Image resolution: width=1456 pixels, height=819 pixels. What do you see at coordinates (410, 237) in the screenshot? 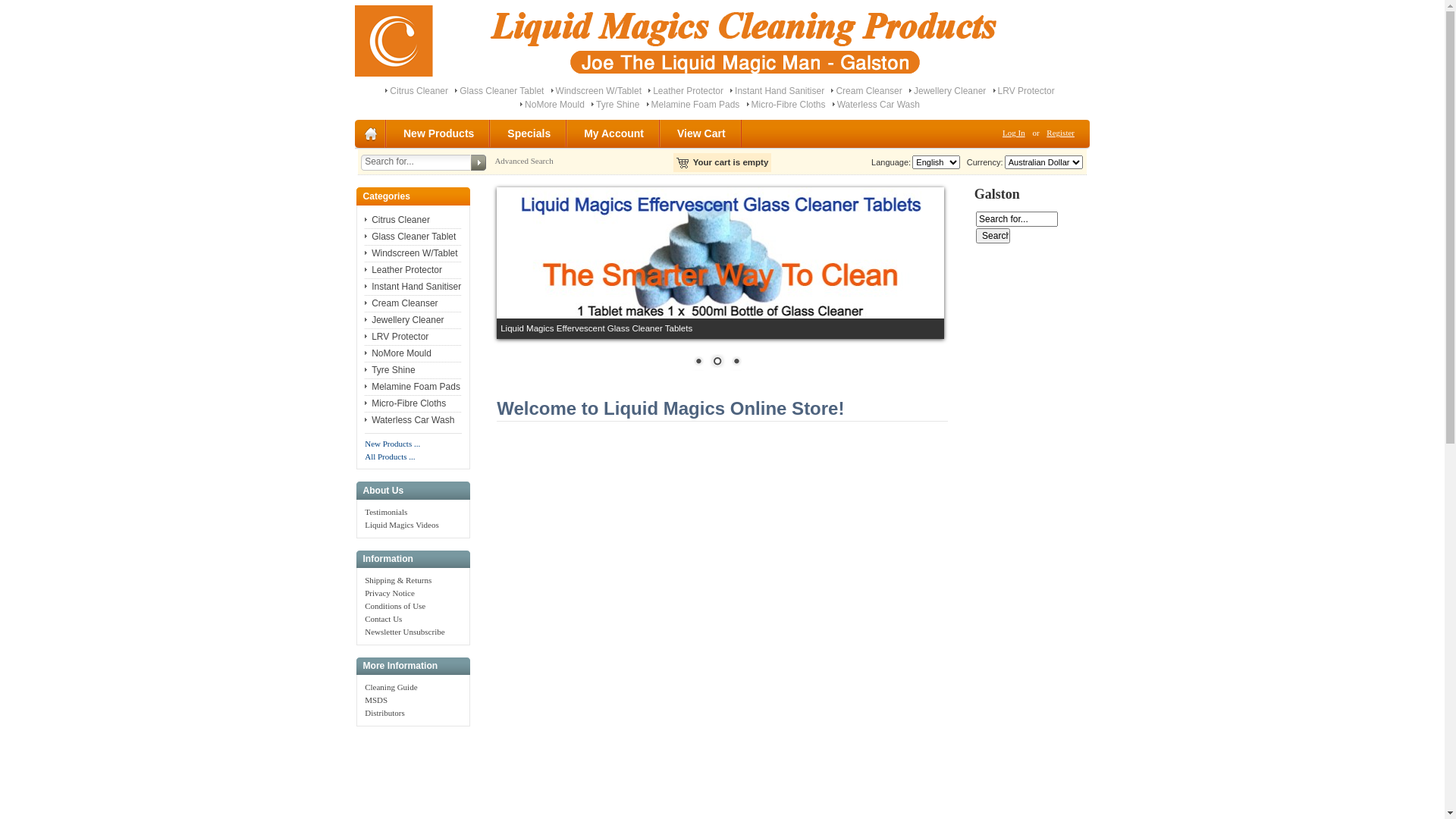
I see `'Glass Cleaner Tablet'` at bounding box center [410, 237].